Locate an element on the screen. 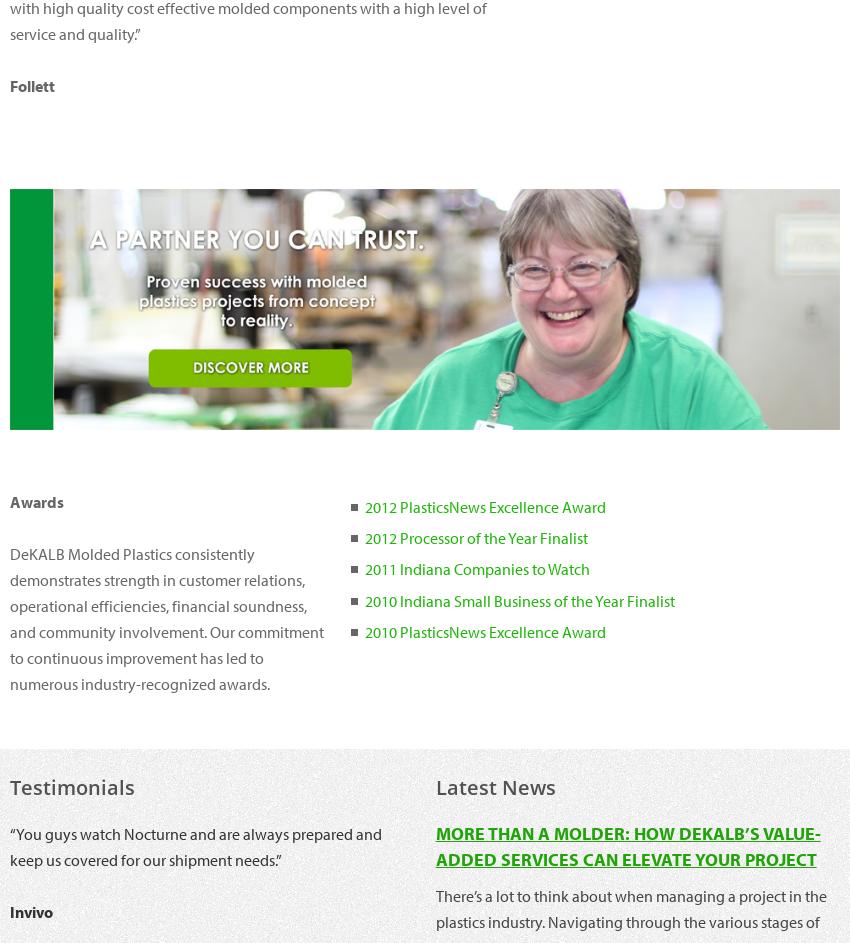 Image resolution: width=850 pixels, height=943 pixels. 'More than a Molder: How DeKALB’s Value-Added Services Can Elevate Your Project' is located at coordinates (626, 845).